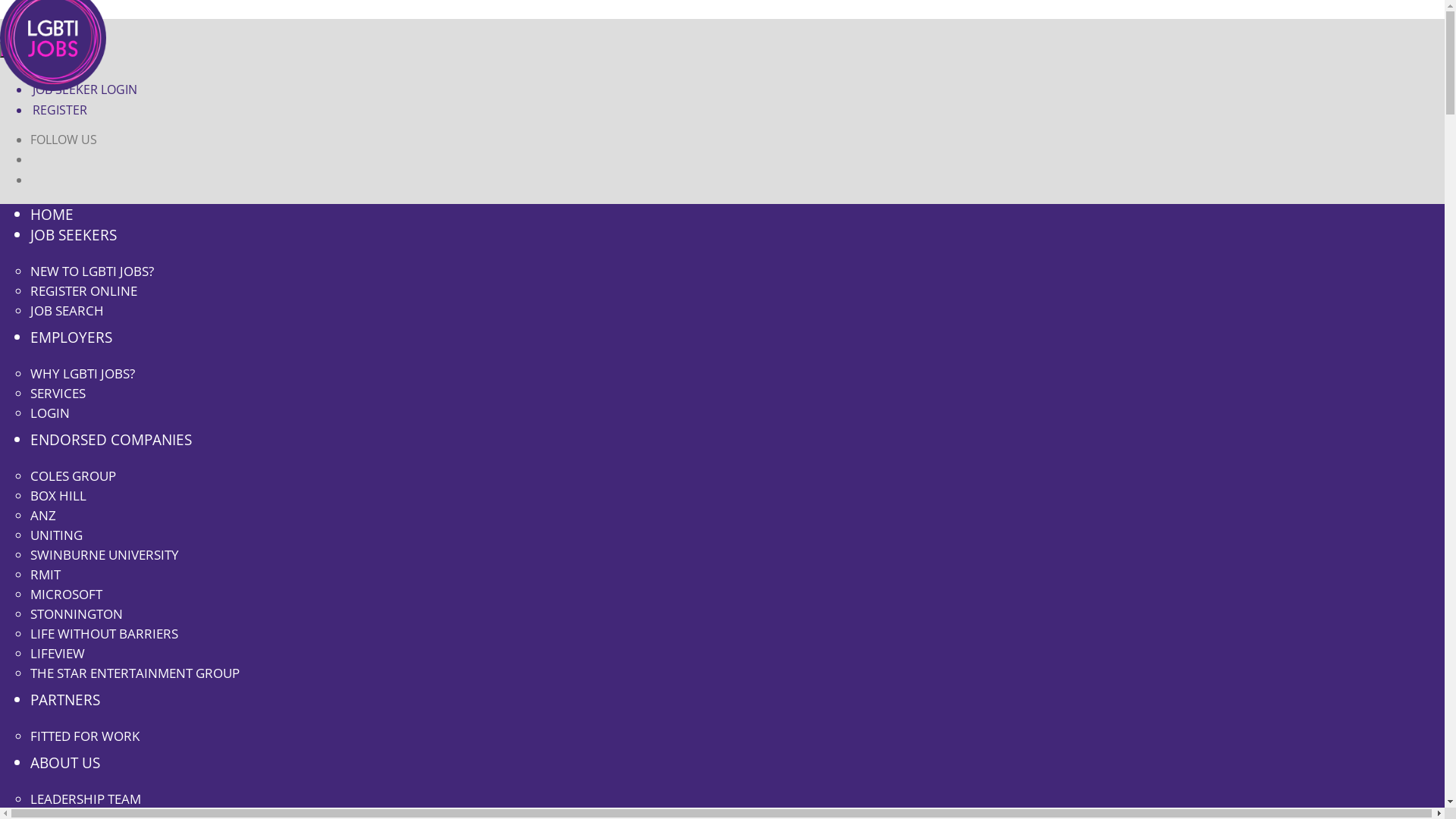 The image size is (1456, 819). Describe the element at coordinates (52, 214) in the screenshot. I see `'HOME'` at that location.